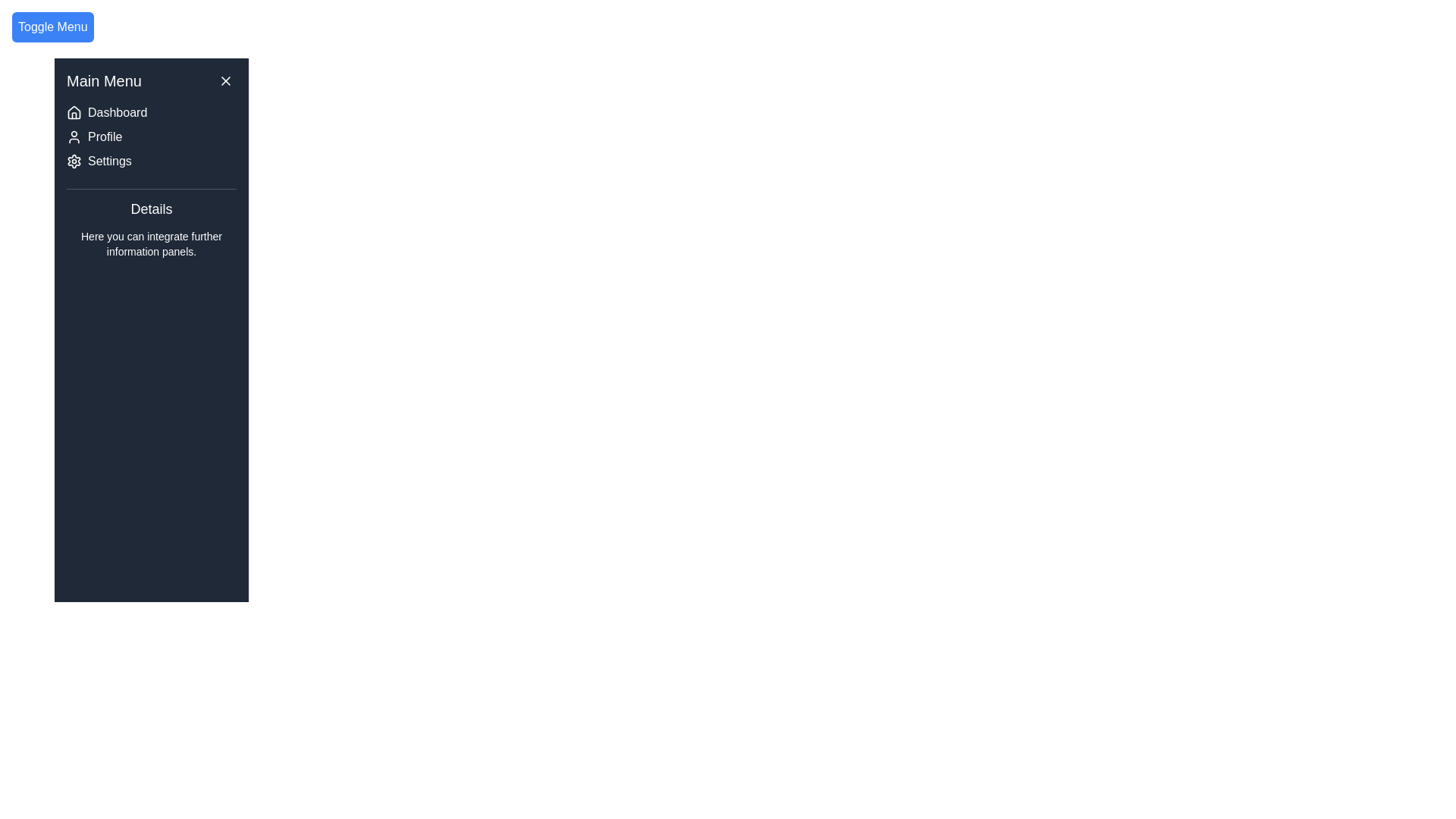 The width and height of the screenshot is (1456, 819). Describe the element at coordinates (224, 81) in the screenshot. I see `the close button represented by a stylized 'X' in the top-right corner of the sidebar` at that location.